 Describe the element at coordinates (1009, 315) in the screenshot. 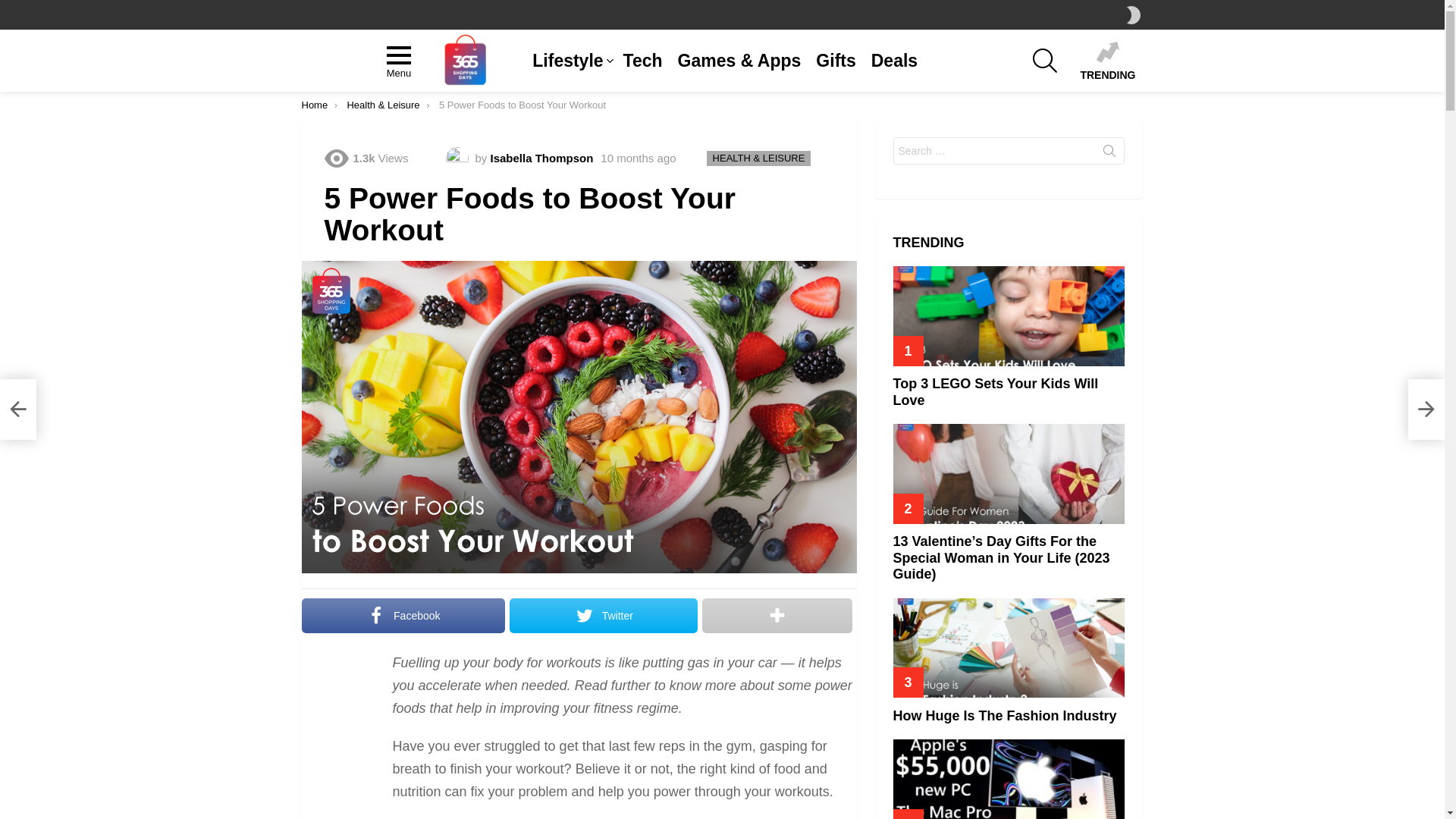

I see `'Top 3 LEGO Sets Your Kids Will Love'` at that location.